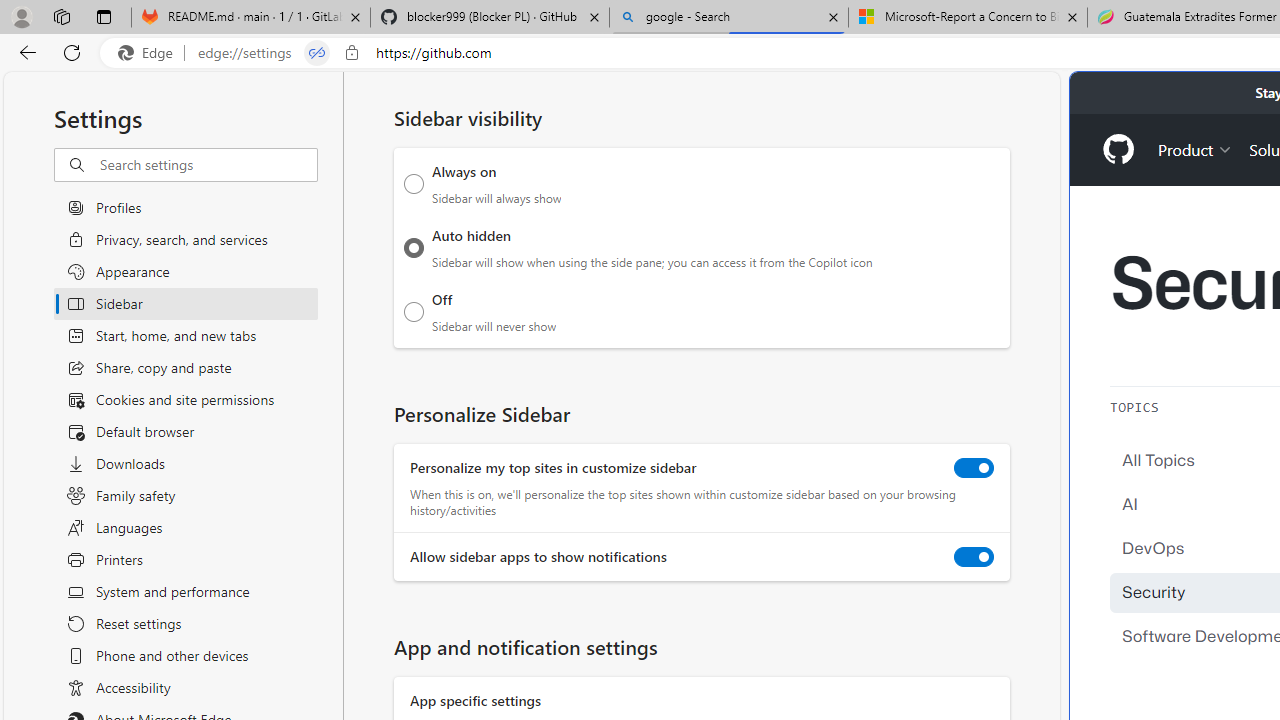  I want to click on 'Tabs in split screen', so click(316, 52).